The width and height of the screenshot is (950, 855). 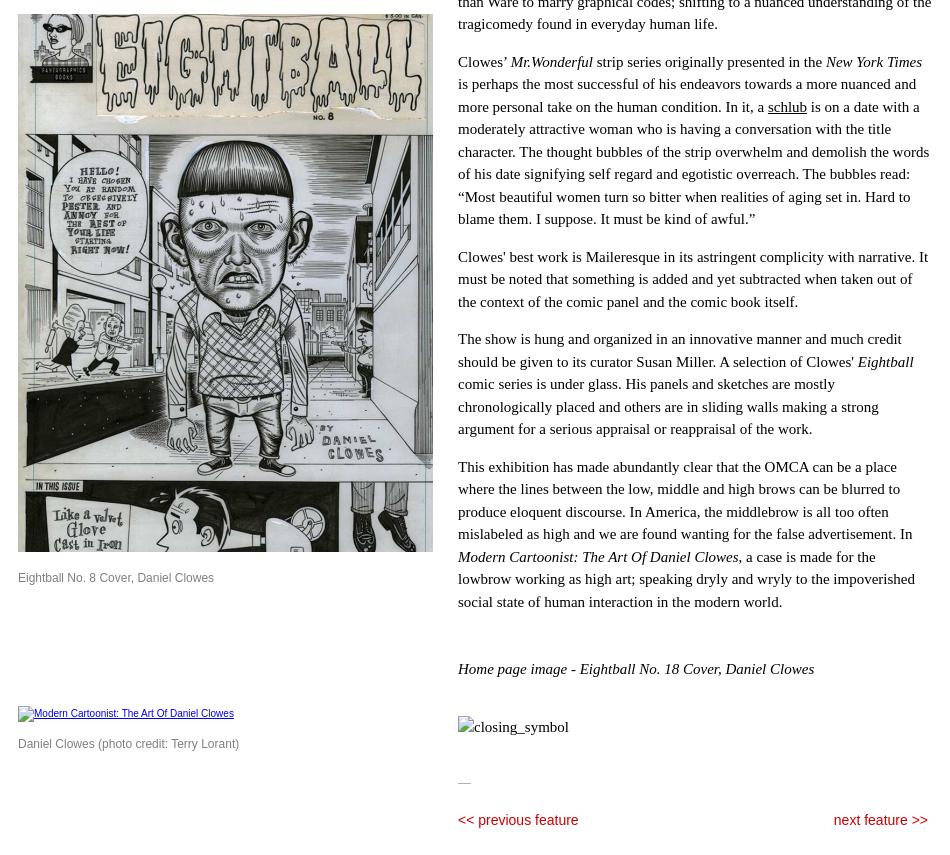 What do you see at coordinates (484, 59) in the screenshot?
I see `'Clowes’'` at bounding box center [484, 59].